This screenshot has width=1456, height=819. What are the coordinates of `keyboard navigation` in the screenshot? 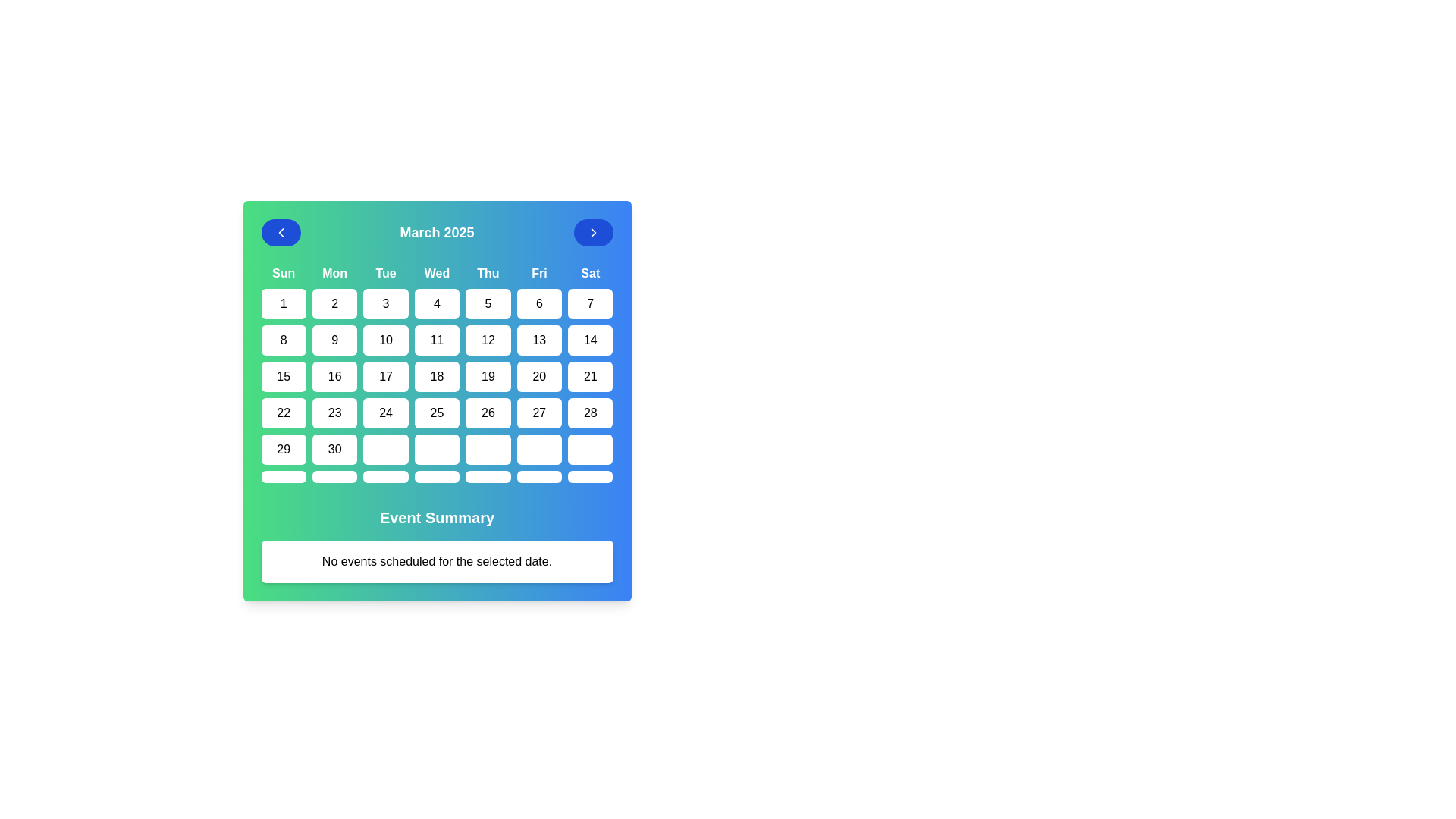 It's located at (488, 413).